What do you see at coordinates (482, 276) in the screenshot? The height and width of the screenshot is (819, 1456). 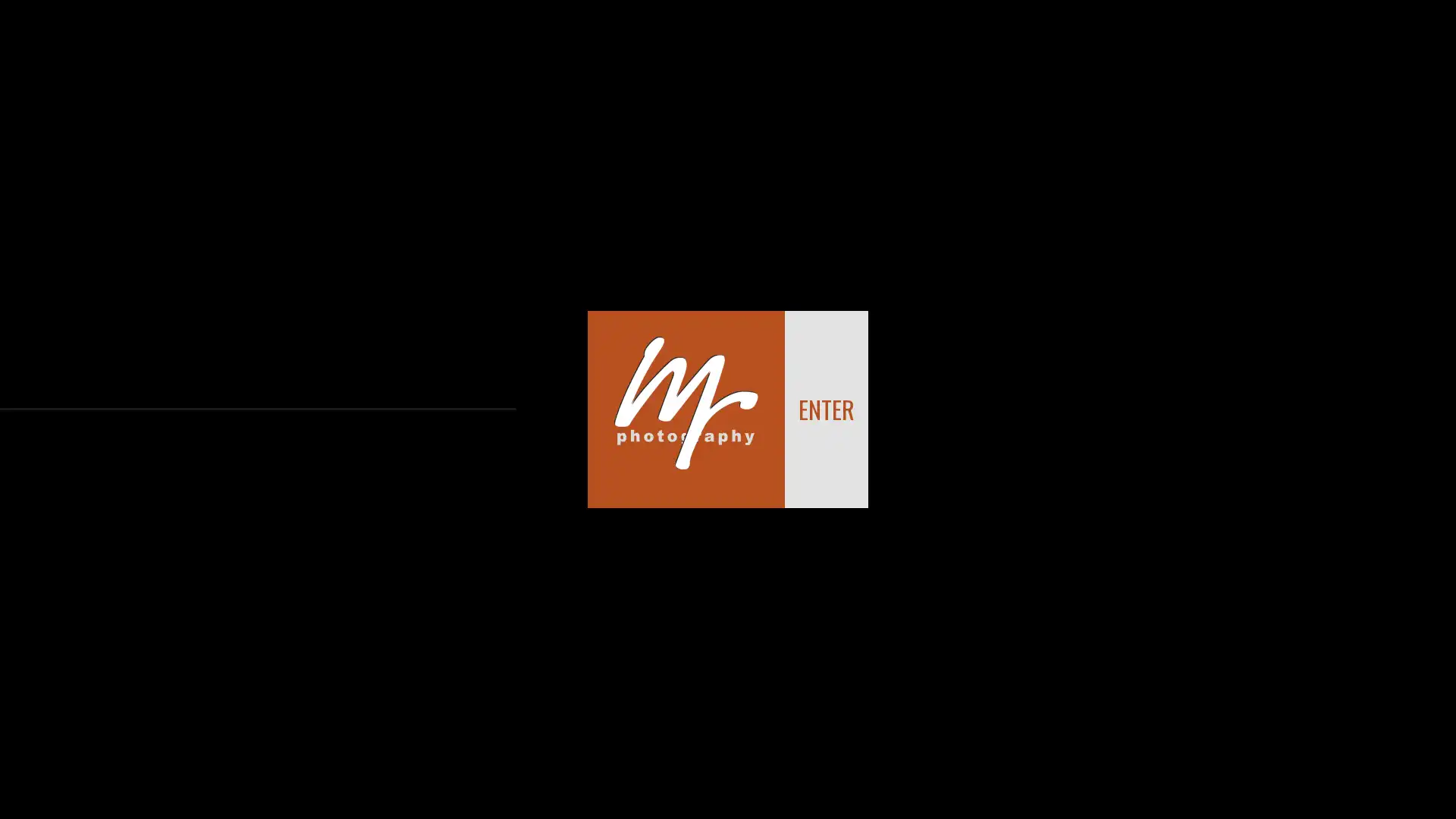 I see `Clear` at bounding box center [482, 276].